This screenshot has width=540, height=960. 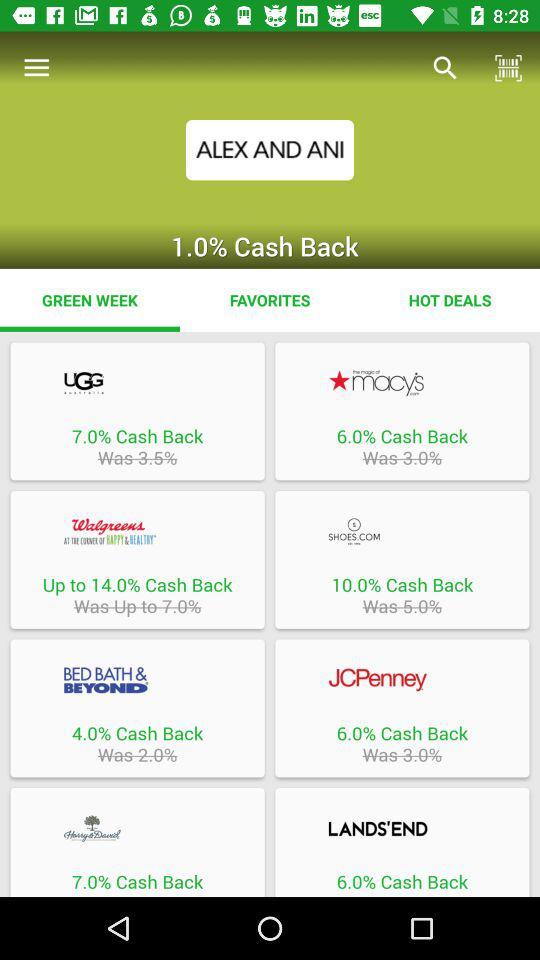 What do you see at coordinates (89, 299) in the screenshot?
I see `the item next to favorites icon` at bounding box center [89, 299].